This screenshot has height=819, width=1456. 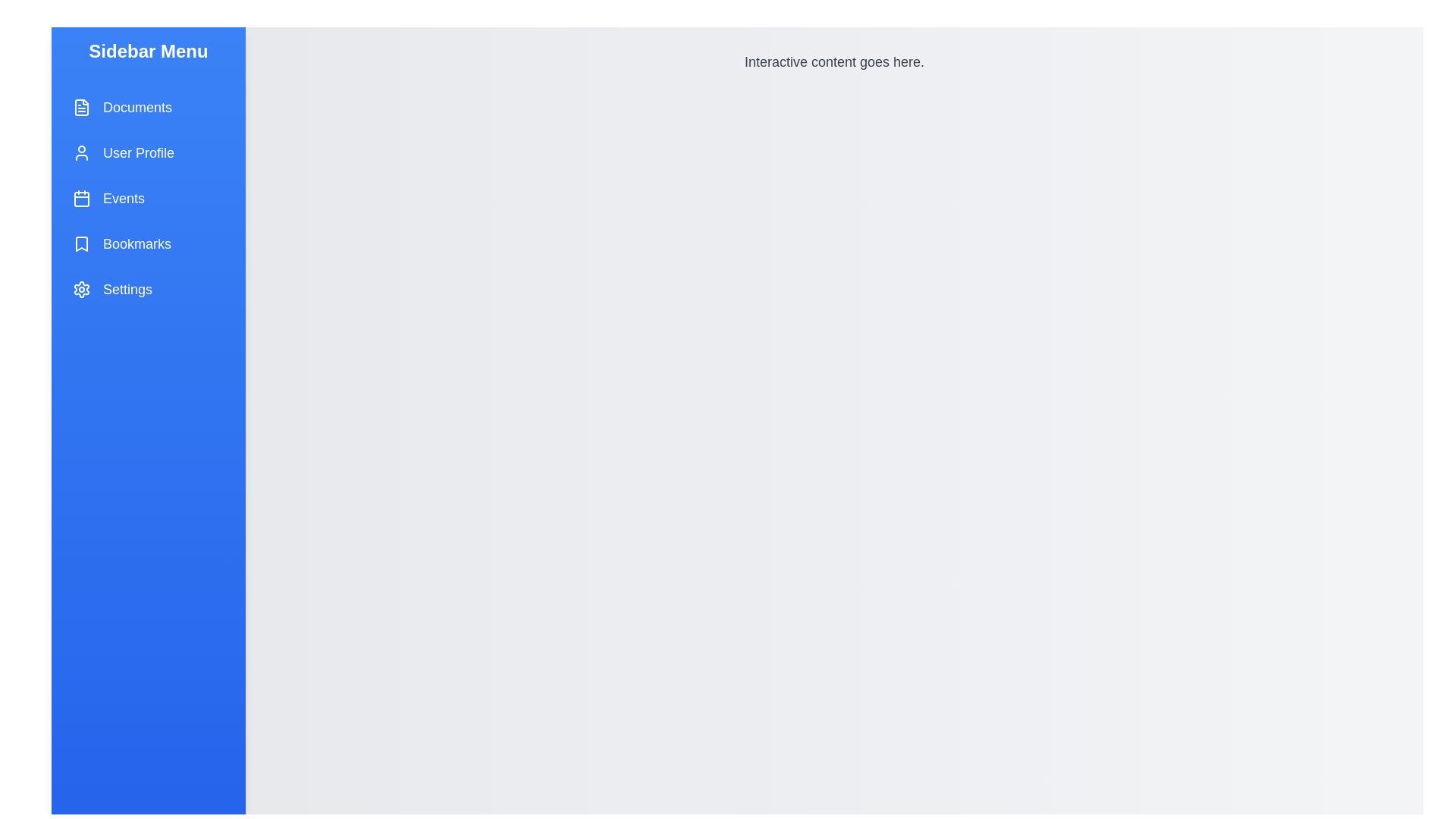 I want to click on the menu item labeled Documents, so click(x=149, y=107).